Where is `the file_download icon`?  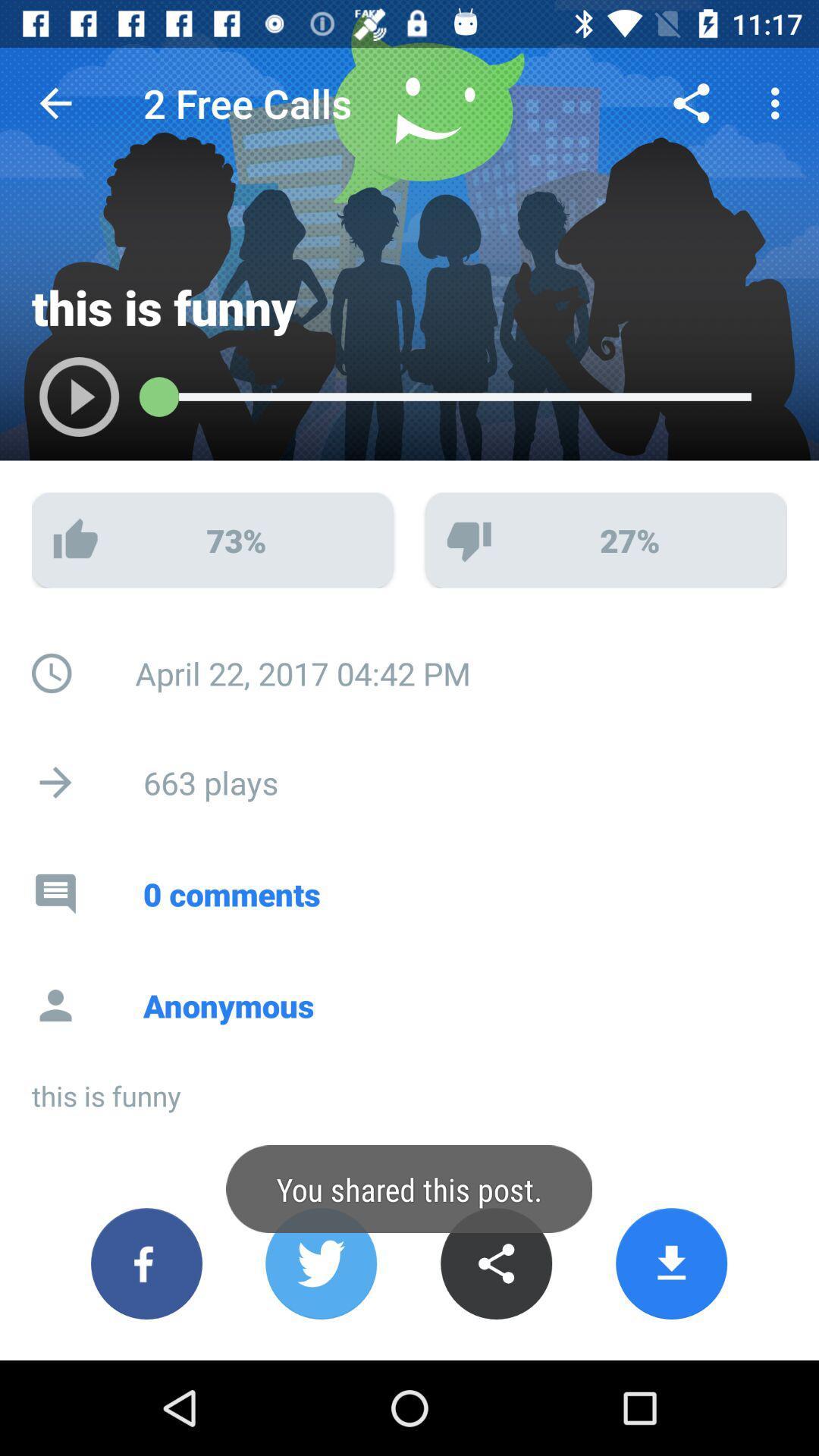 the file_download icon is located at coordinates (670, 1263).